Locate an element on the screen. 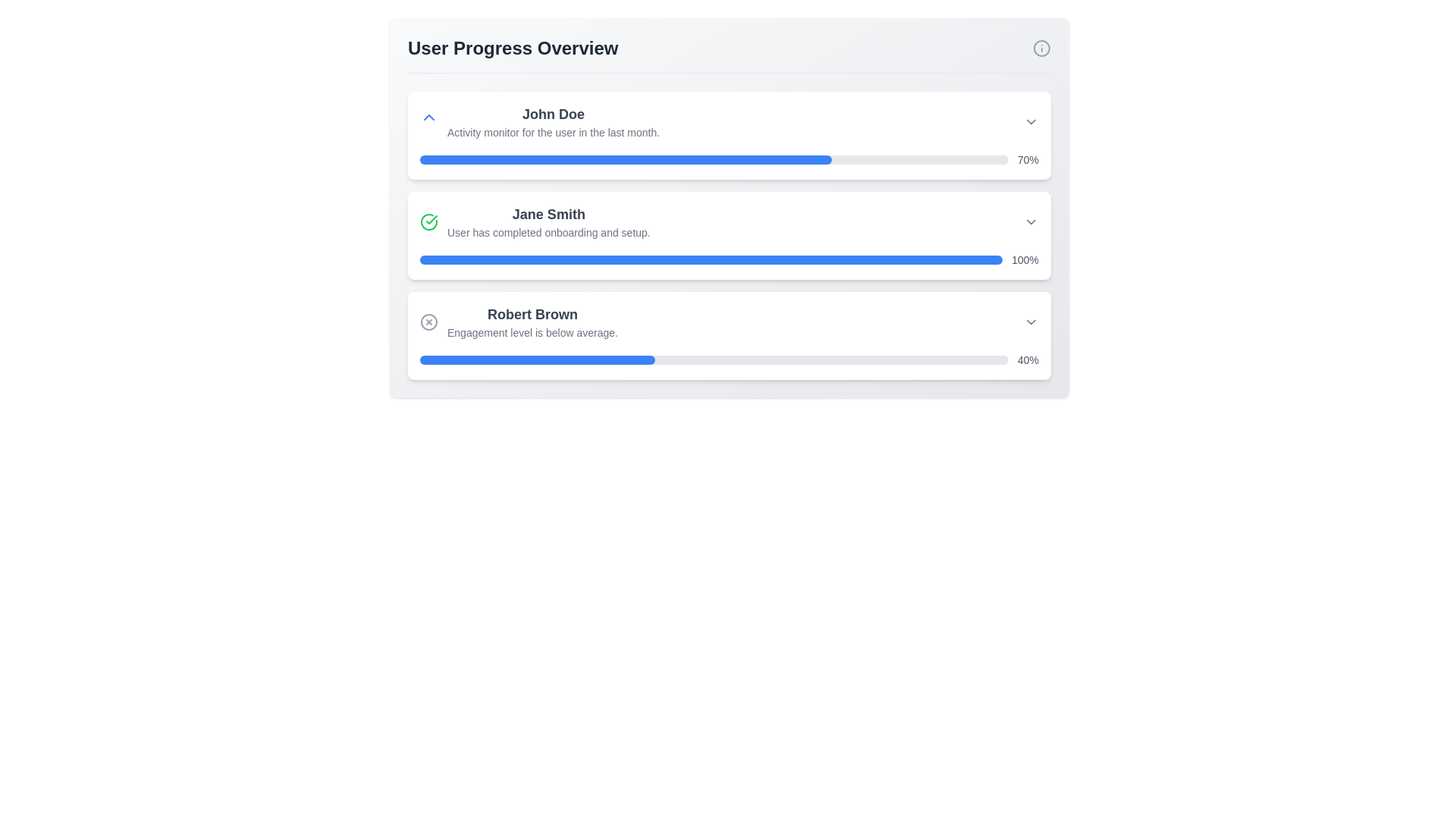 This screenshot has width=1456, height=819. information displayed in the Summary item indicating the successful completion of onboarding for user 'Jane Smith.' is located at coordinates (535, 222).